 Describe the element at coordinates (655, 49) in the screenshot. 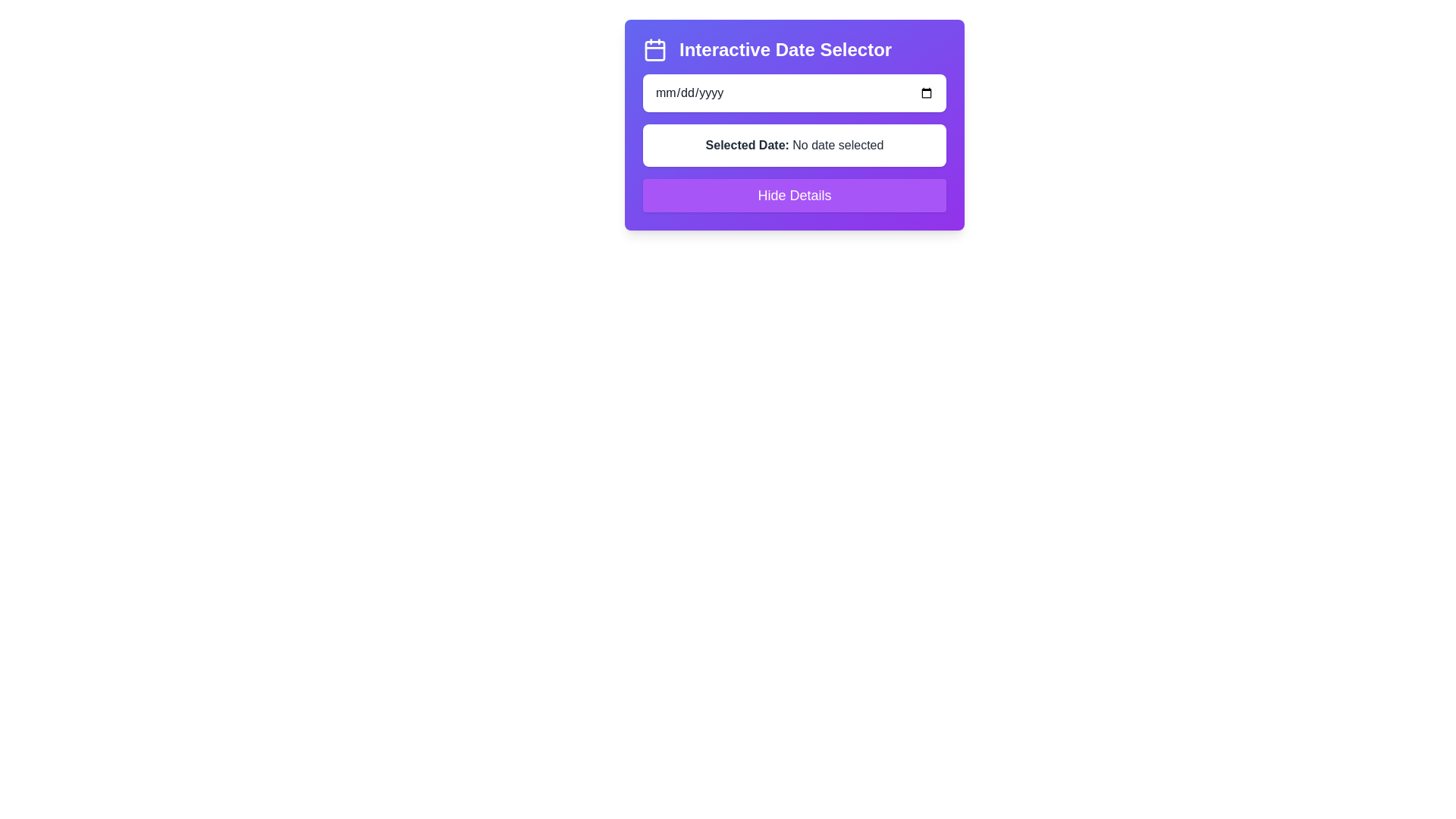

I see `the calendar icon located to the left of the 'Interactive Date Selector' text` at that location.